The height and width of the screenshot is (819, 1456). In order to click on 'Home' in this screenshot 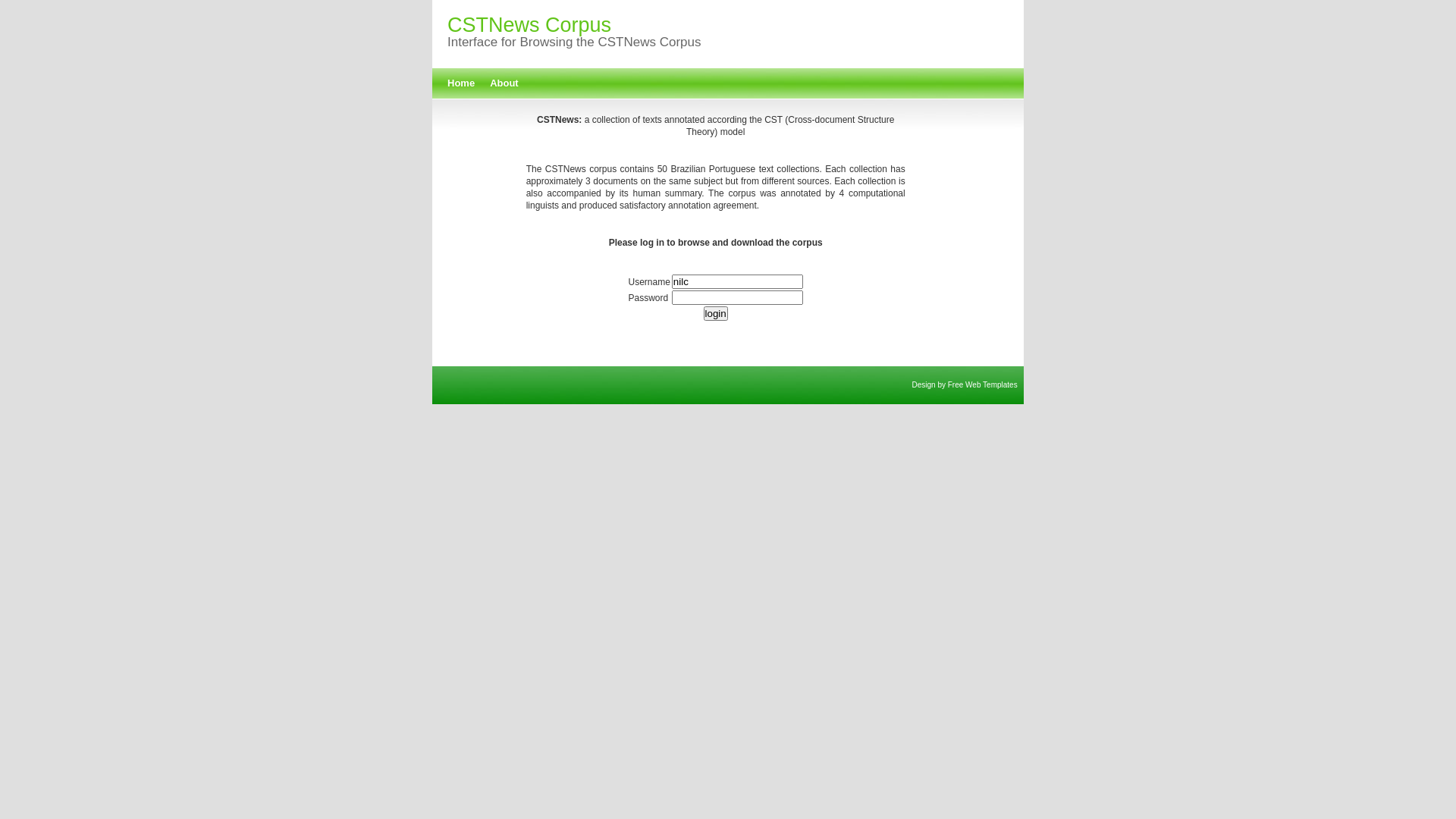, I will do `click(460, 83)`.